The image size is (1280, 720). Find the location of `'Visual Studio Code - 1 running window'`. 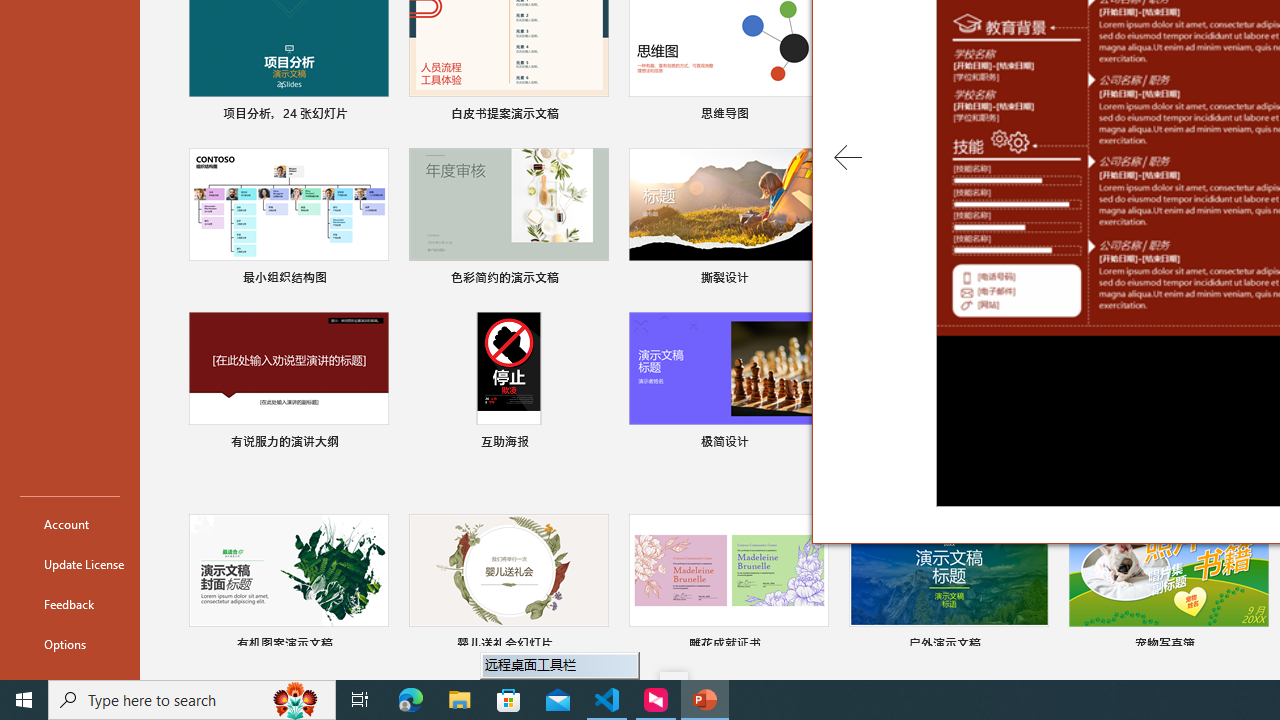

'Visual Studio Code - 1 running window' is located at coordinates (606, 698).